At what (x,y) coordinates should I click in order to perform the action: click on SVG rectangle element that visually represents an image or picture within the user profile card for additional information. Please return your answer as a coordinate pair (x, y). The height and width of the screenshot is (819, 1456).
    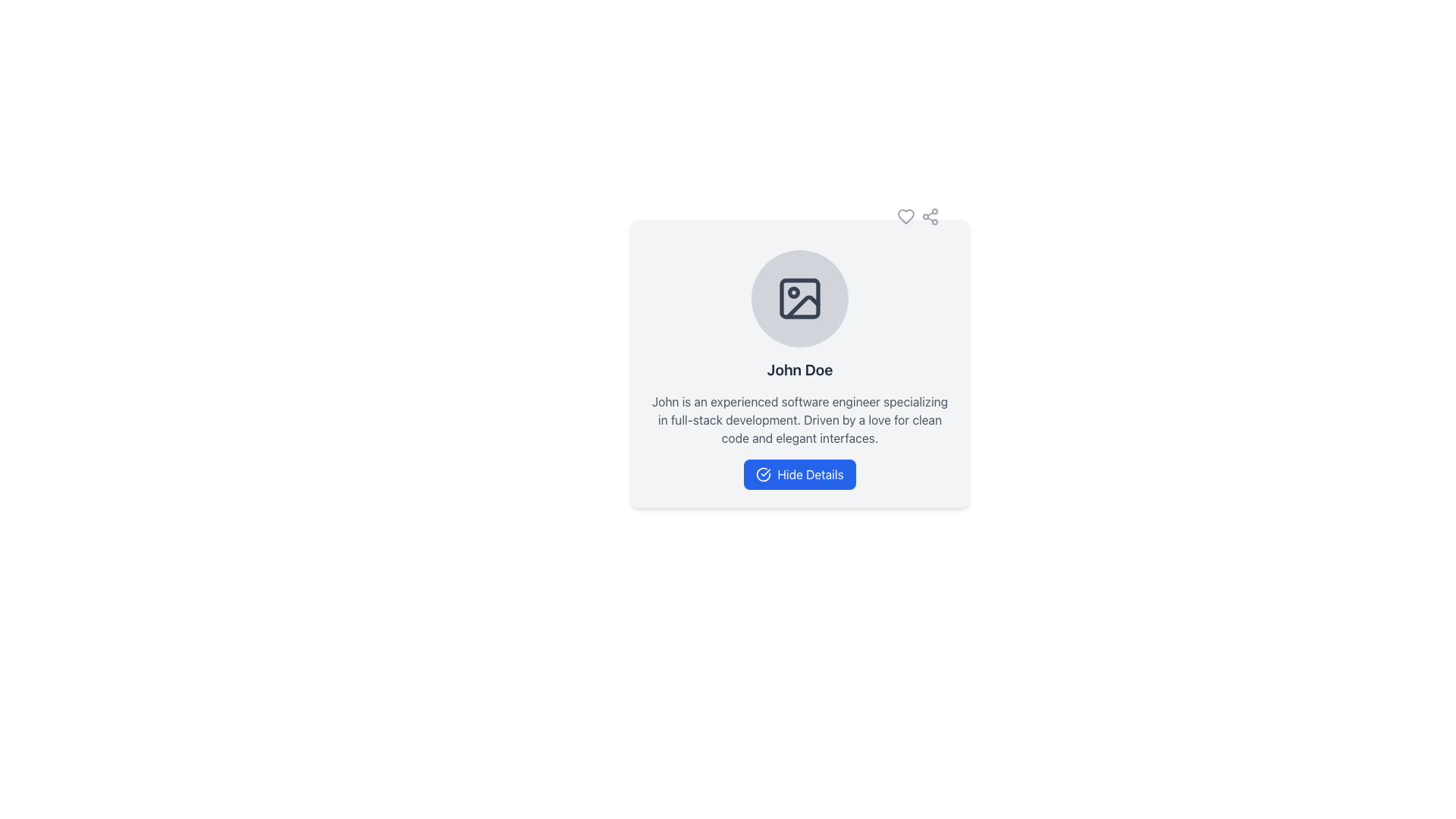
    Looking at the image, I should click on (799, 298).